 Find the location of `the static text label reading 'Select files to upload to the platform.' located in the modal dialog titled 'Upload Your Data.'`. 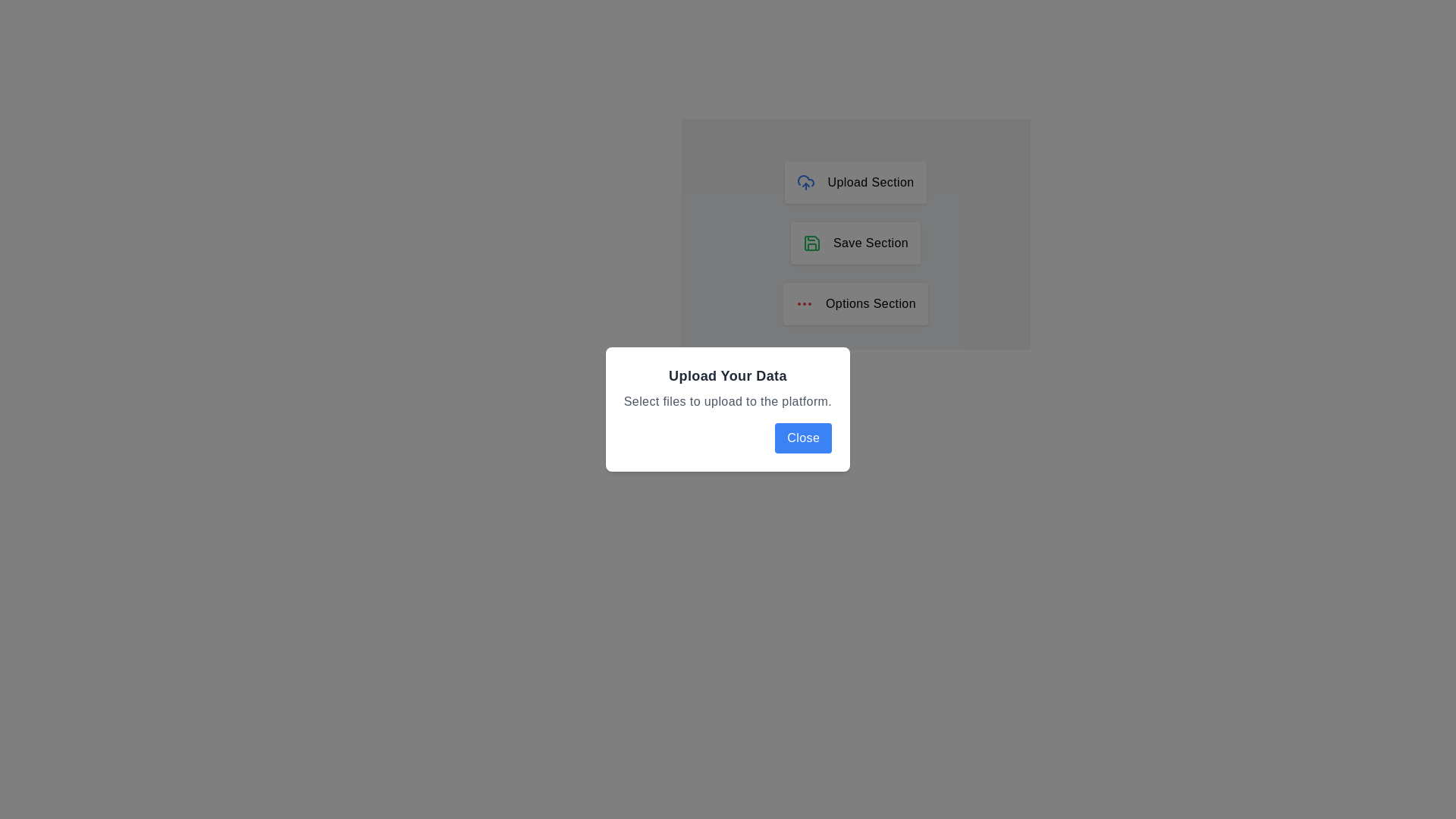

the static text label reading 'Select files to upload to the platform.' located in the modal dialog titled 'Upload Your Data.' is located at coordinates (728, 400).